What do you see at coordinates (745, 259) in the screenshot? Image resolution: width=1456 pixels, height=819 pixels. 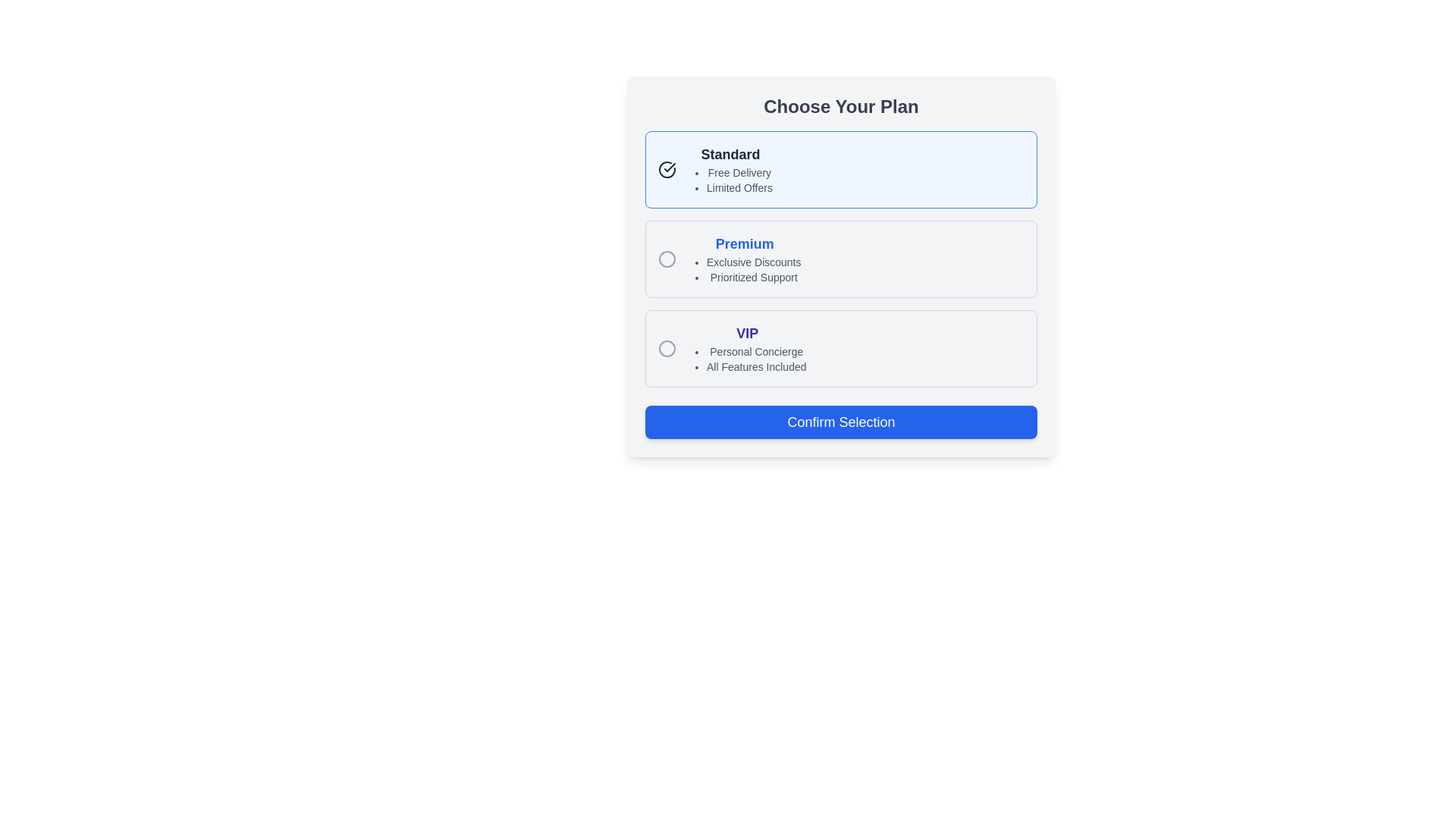 I see `'Premium' subscription tier element, which features a bold blue title and two bullet points about discounts and support, located in the middle of a vertically aligned list of plans` at bounding box center [745, 259].